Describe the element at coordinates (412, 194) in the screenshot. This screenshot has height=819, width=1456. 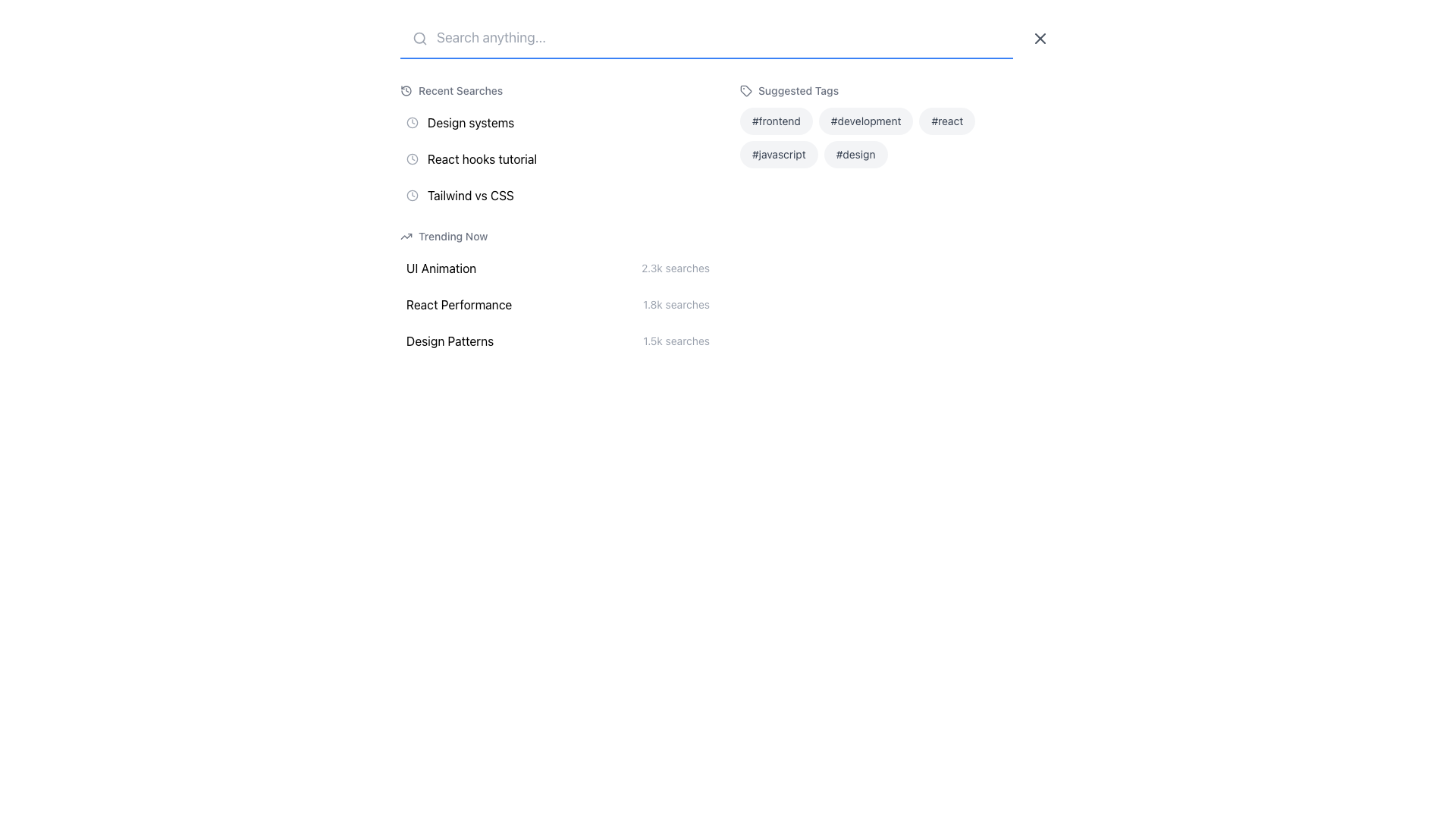
I see `the SVG Circle element that represents a clock face, which is part of a clock icon adjacent to the 'Recent Searches' text` at that location.